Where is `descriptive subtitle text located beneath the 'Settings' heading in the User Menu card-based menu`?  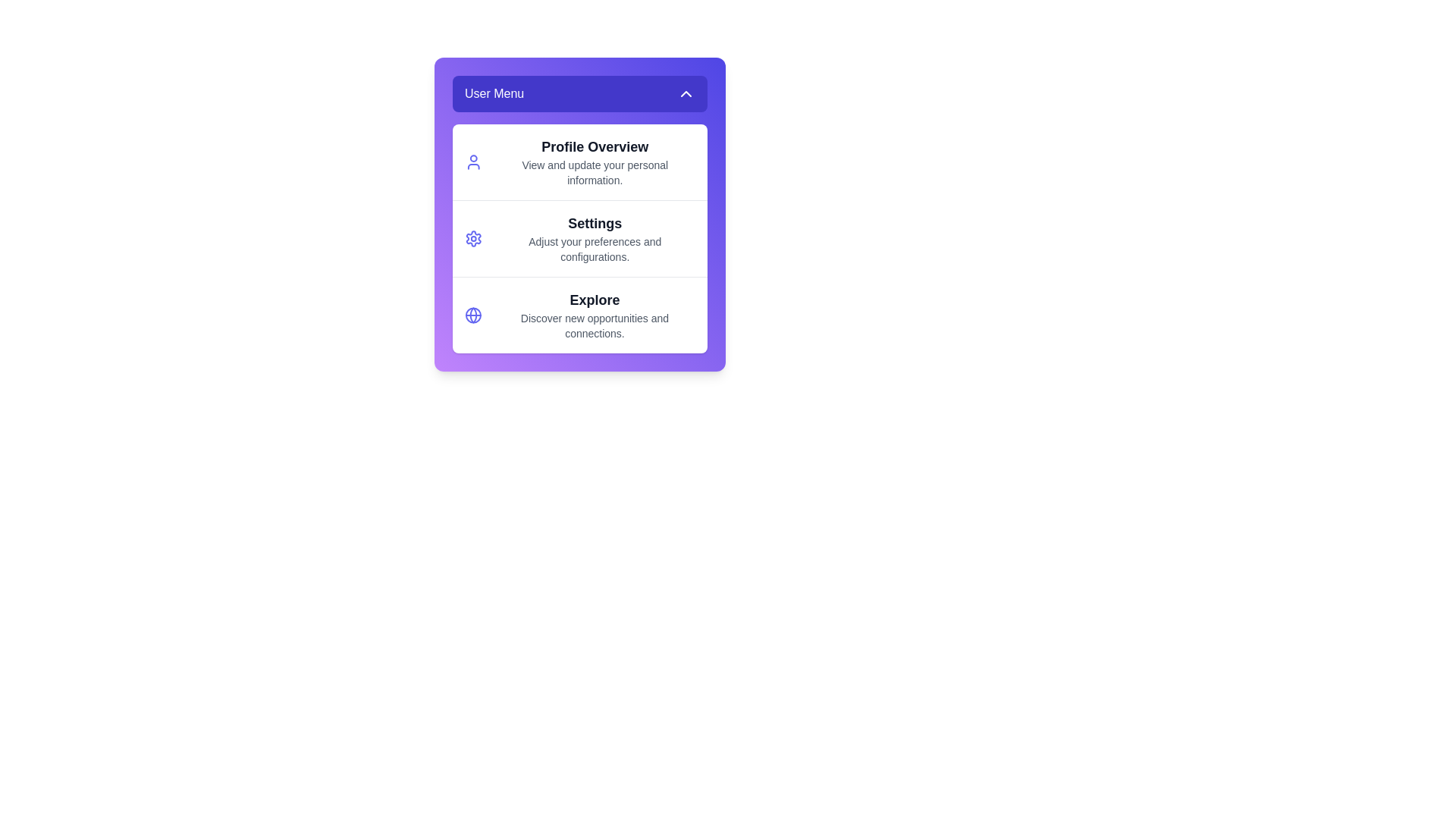
descriptive subtitle text located beneath the 'Settings' heading in the User Menu card-based menu is located at coordinates (594, 248).